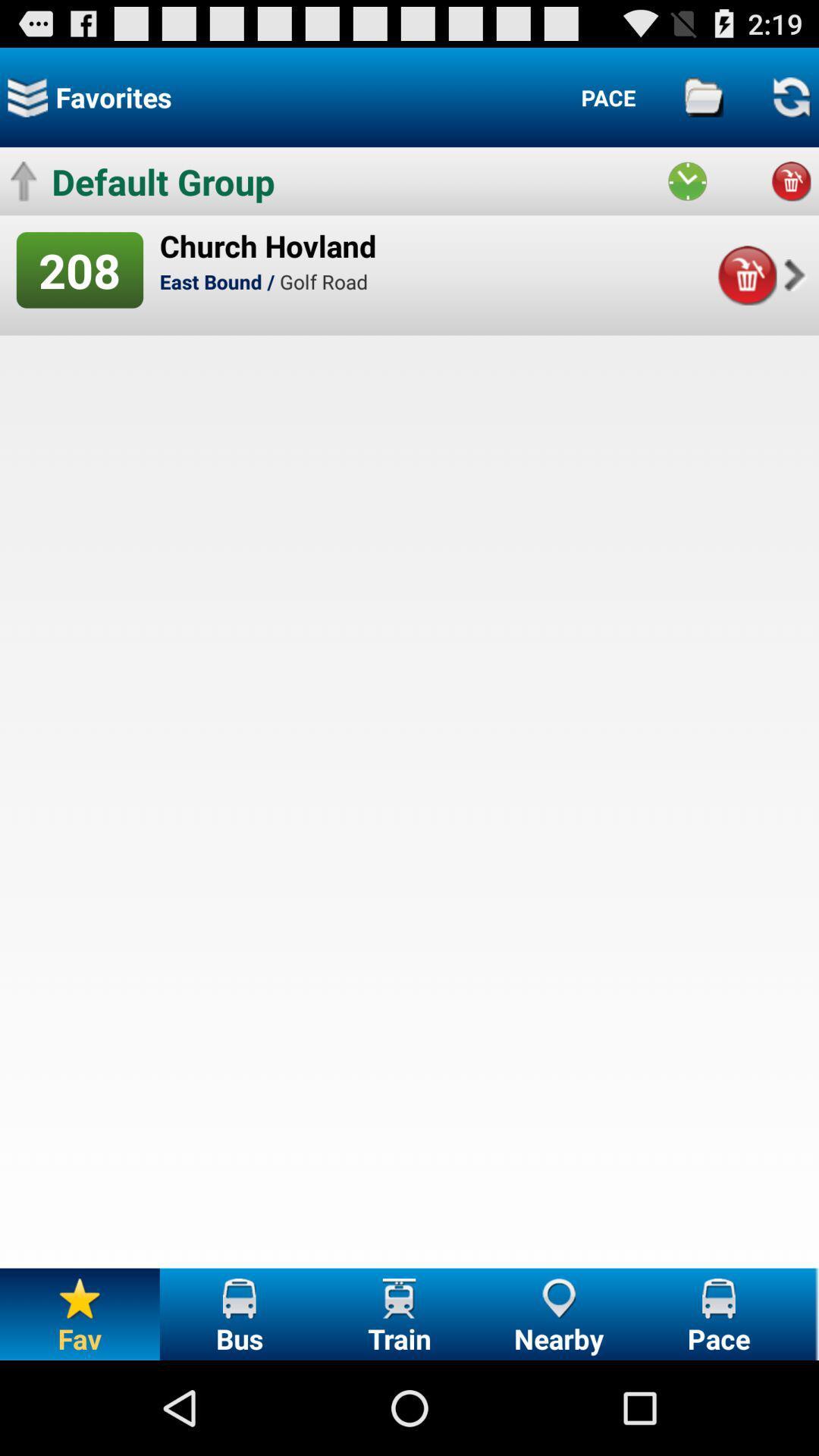 The width and height of the screenshot is (819, 1456). What do you see at coordinates (746, 275) in the screenshot?
I see `delete item` at bounding box center [746, 275].